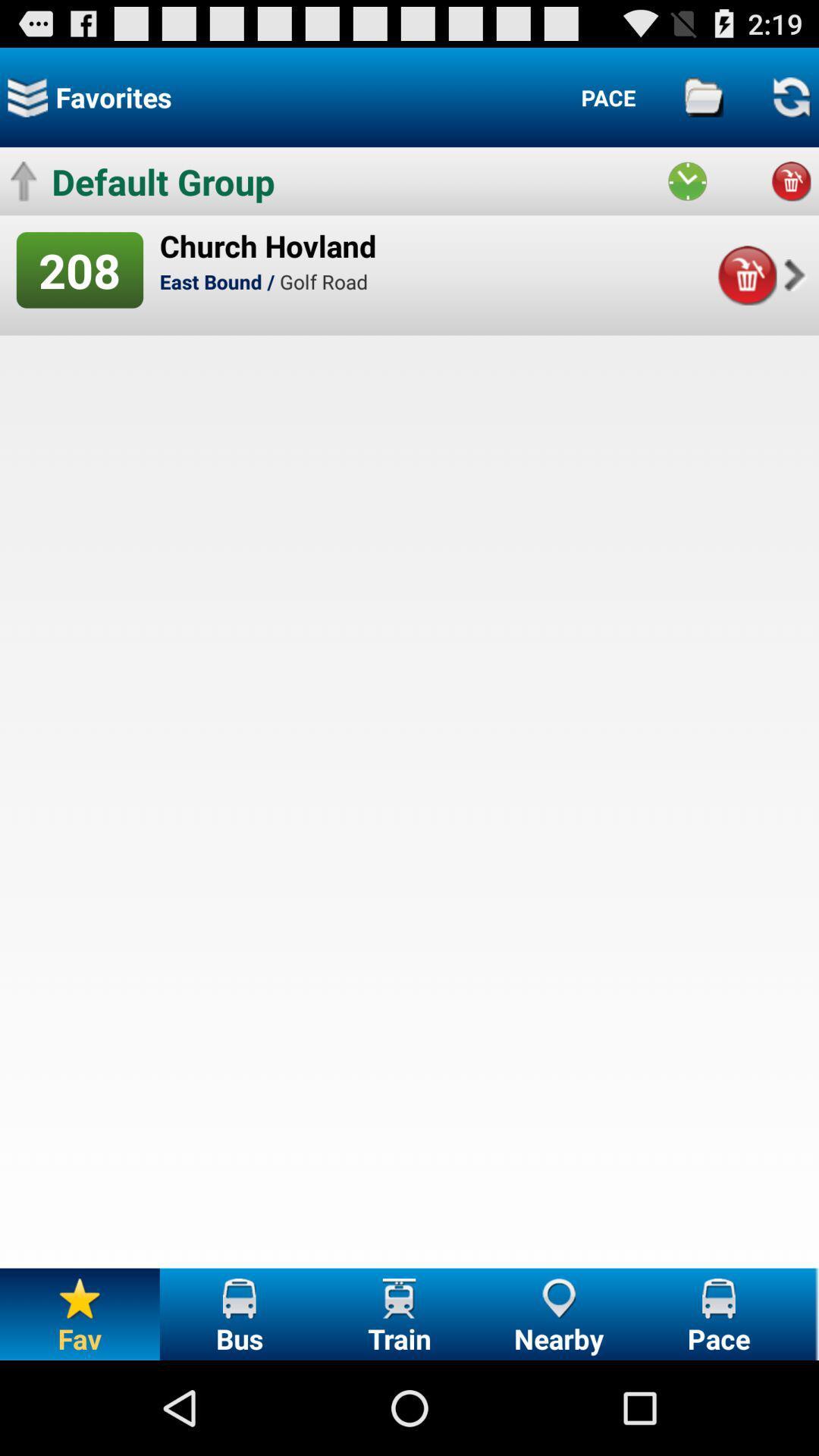 The width and height of the screenshot is (819, 1456). What do you see at coordinates (746, 275) in the screenshot?
I see `delete item` at bounding box center [746, 275].